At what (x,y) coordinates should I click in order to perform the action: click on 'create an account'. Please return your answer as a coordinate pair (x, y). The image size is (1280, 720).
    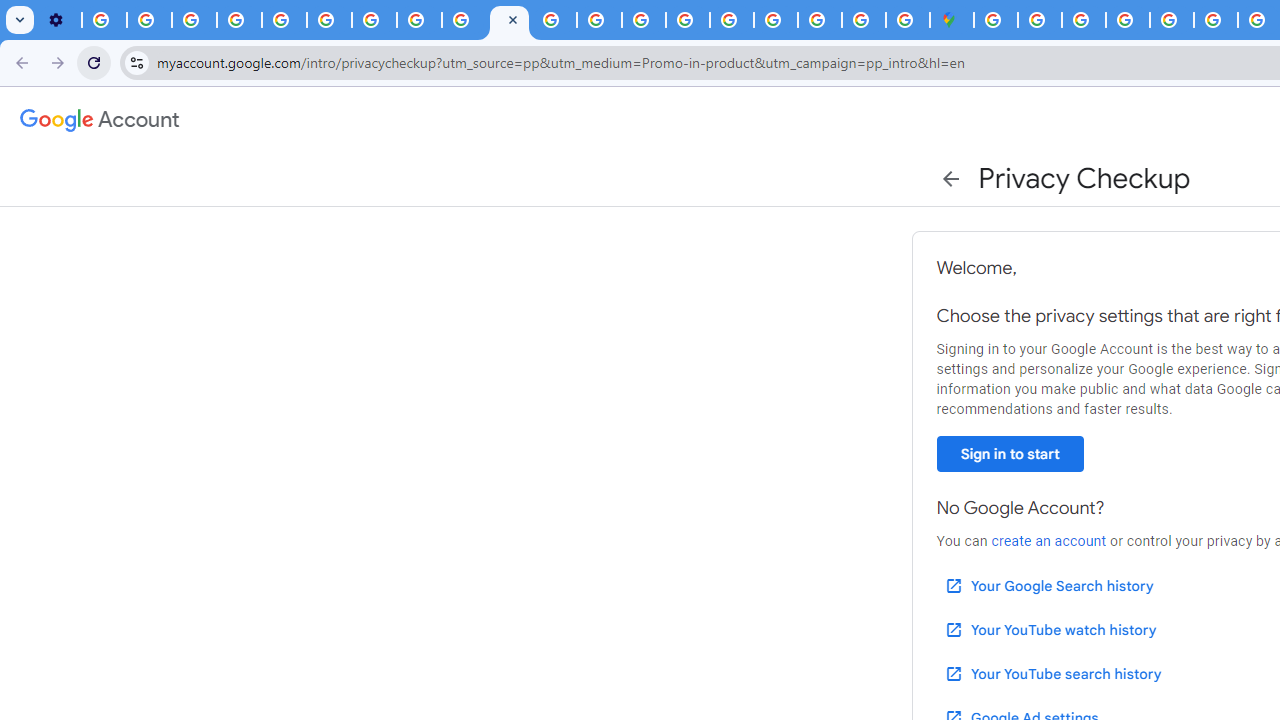
    Looking at the image, I should click on (1047, 541).